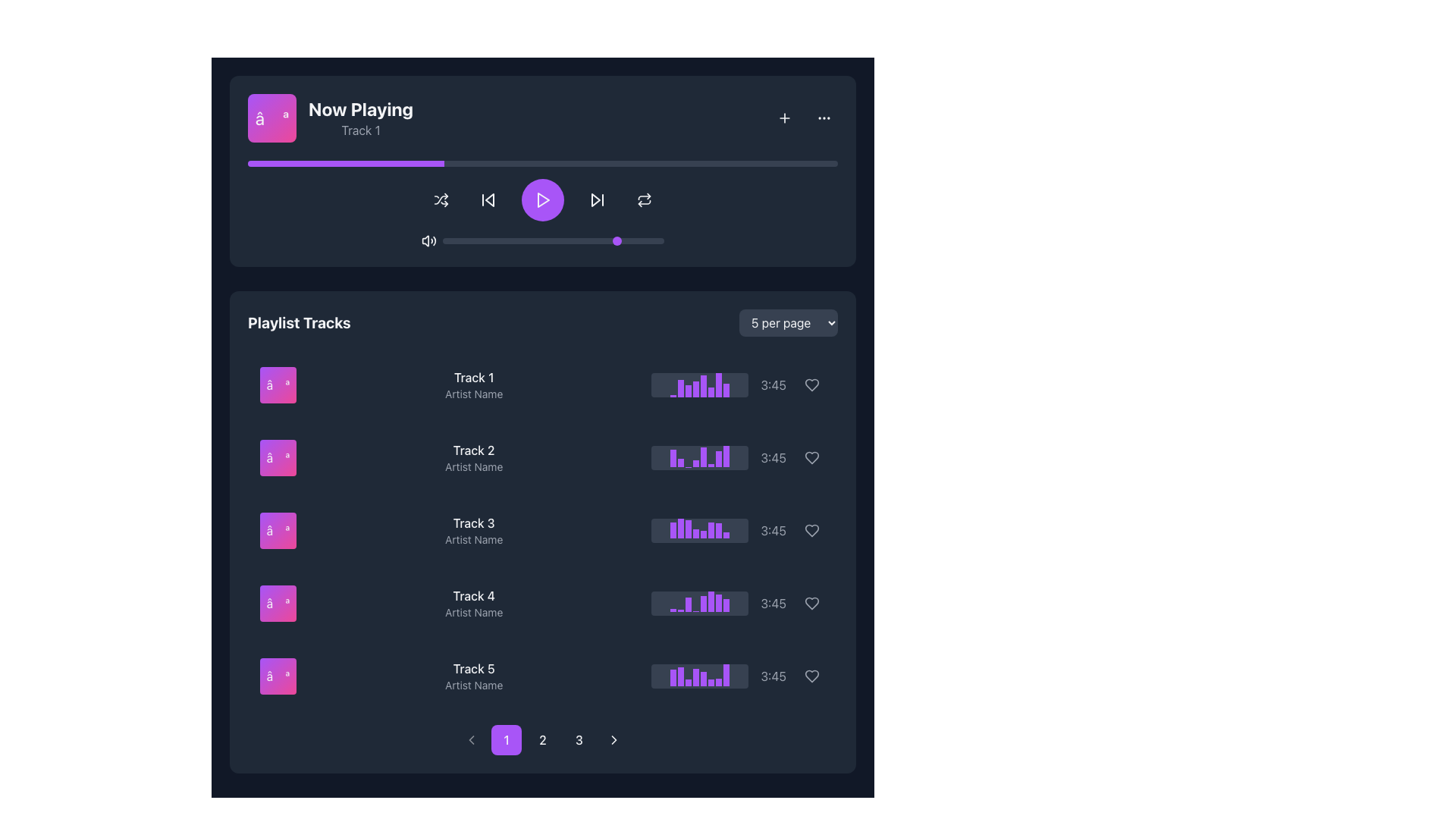  I want to click on the media play/pause button located at the center of the control row, positioned between the skip-back and skip-forward buttons, so click(542, 199).